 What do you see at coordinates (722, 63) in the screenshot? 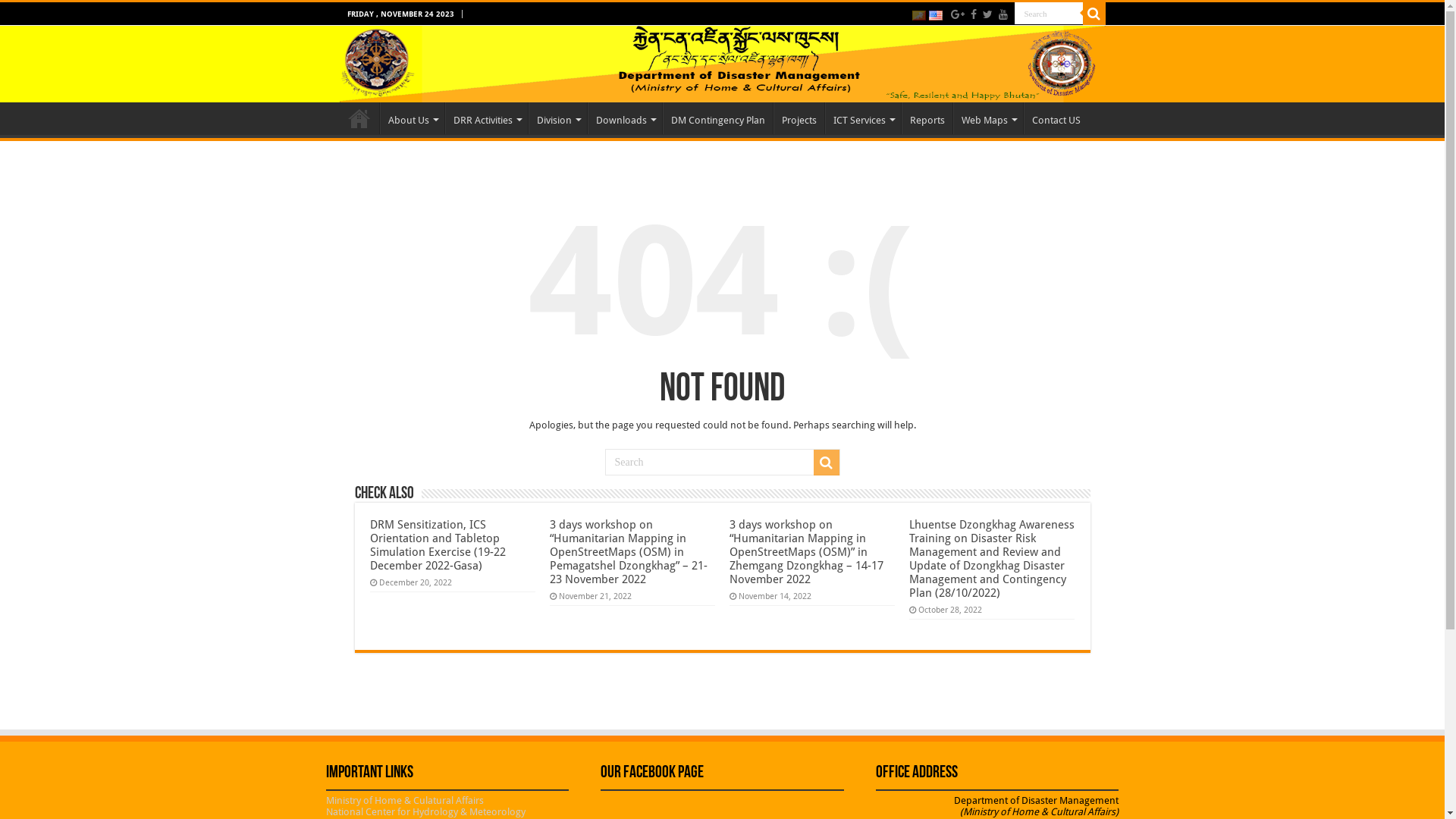
I see `'Department of Disaster Management'` at bounding box center [722, 63].